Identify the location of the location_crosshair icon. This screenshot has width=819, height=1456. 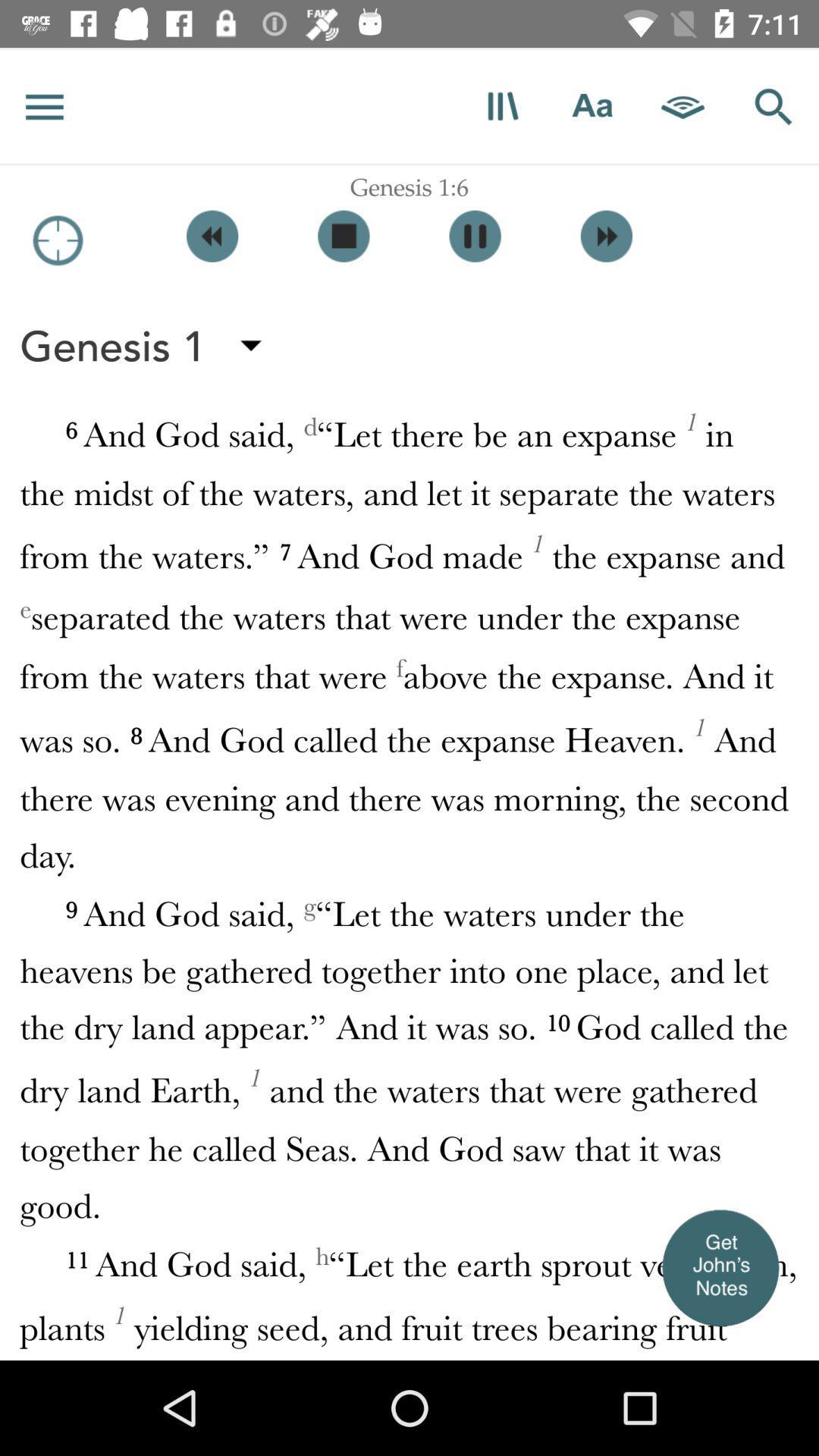
(57, 240).